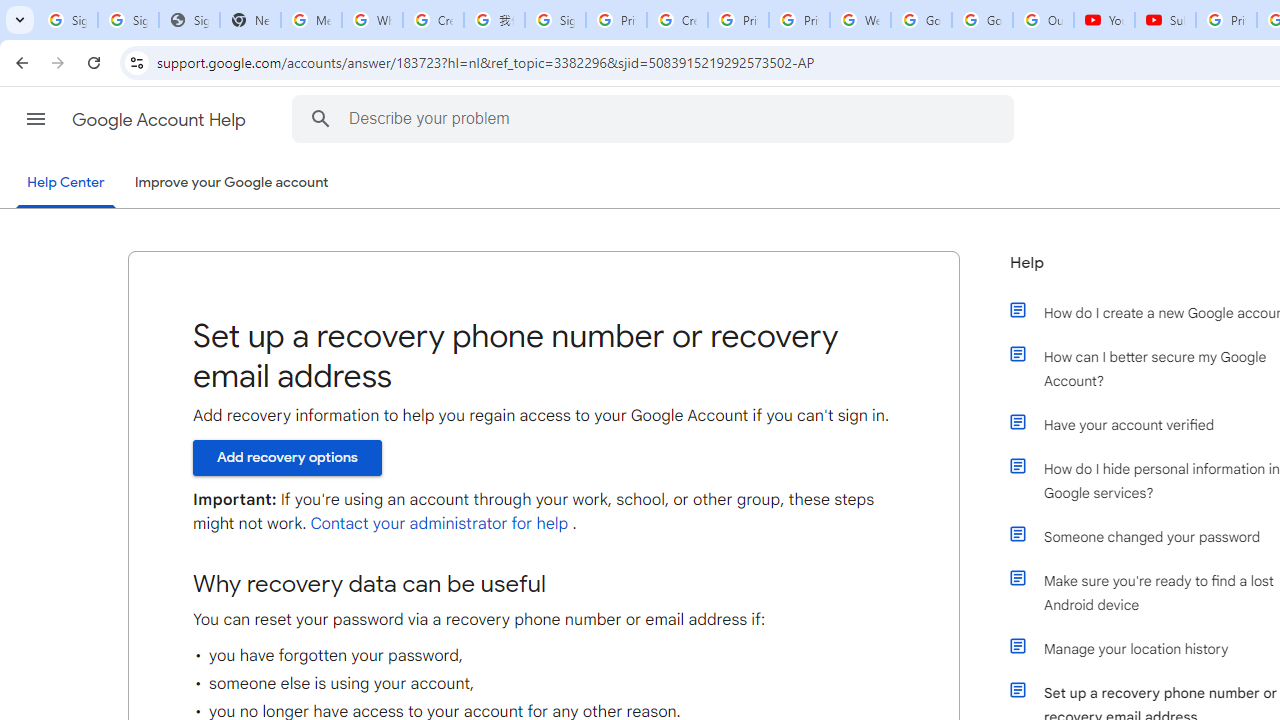  I want to click on 'Help Center', so click(65, 183).